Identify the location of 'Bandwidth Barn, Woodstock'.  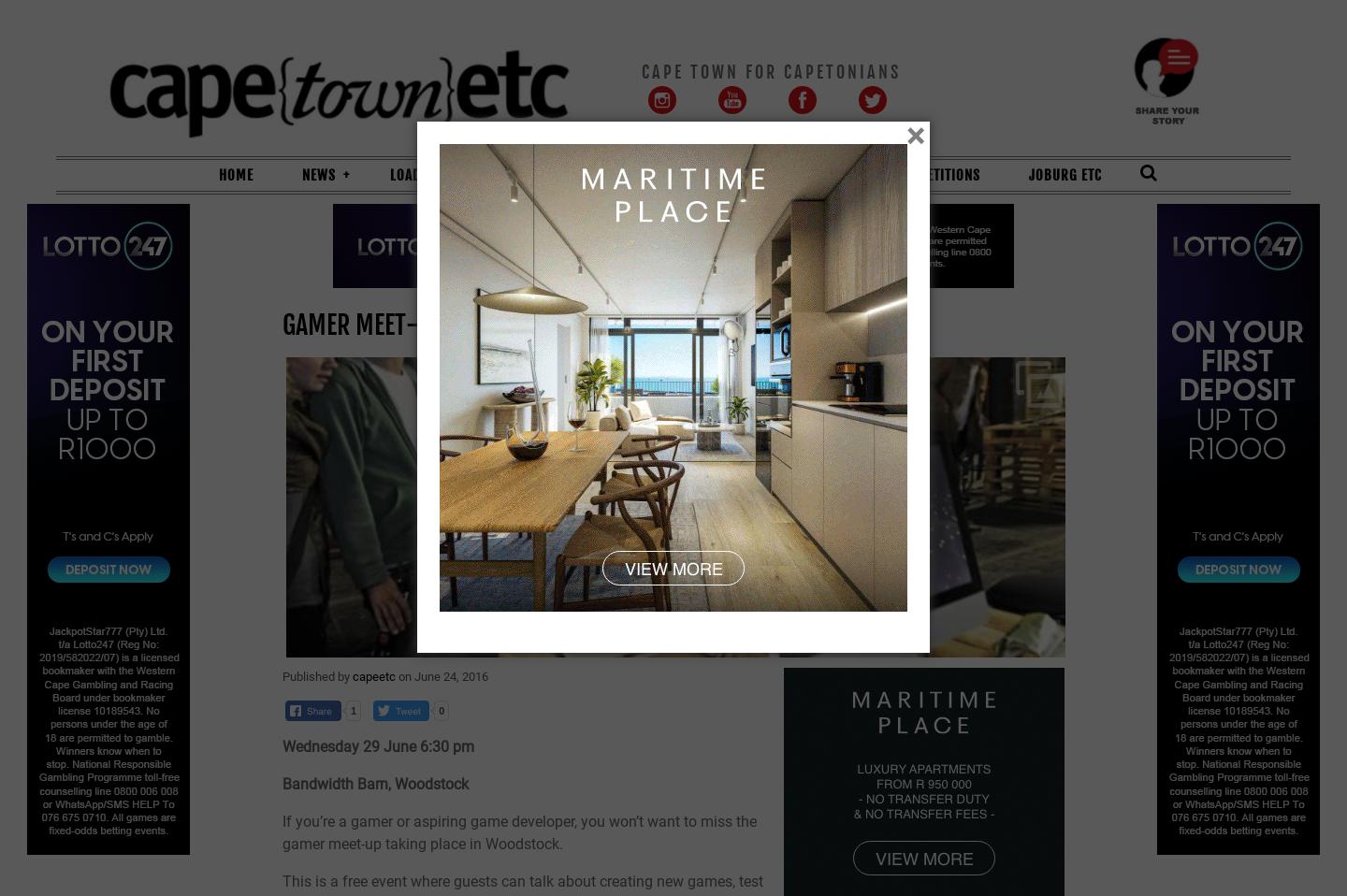
(376, 782).